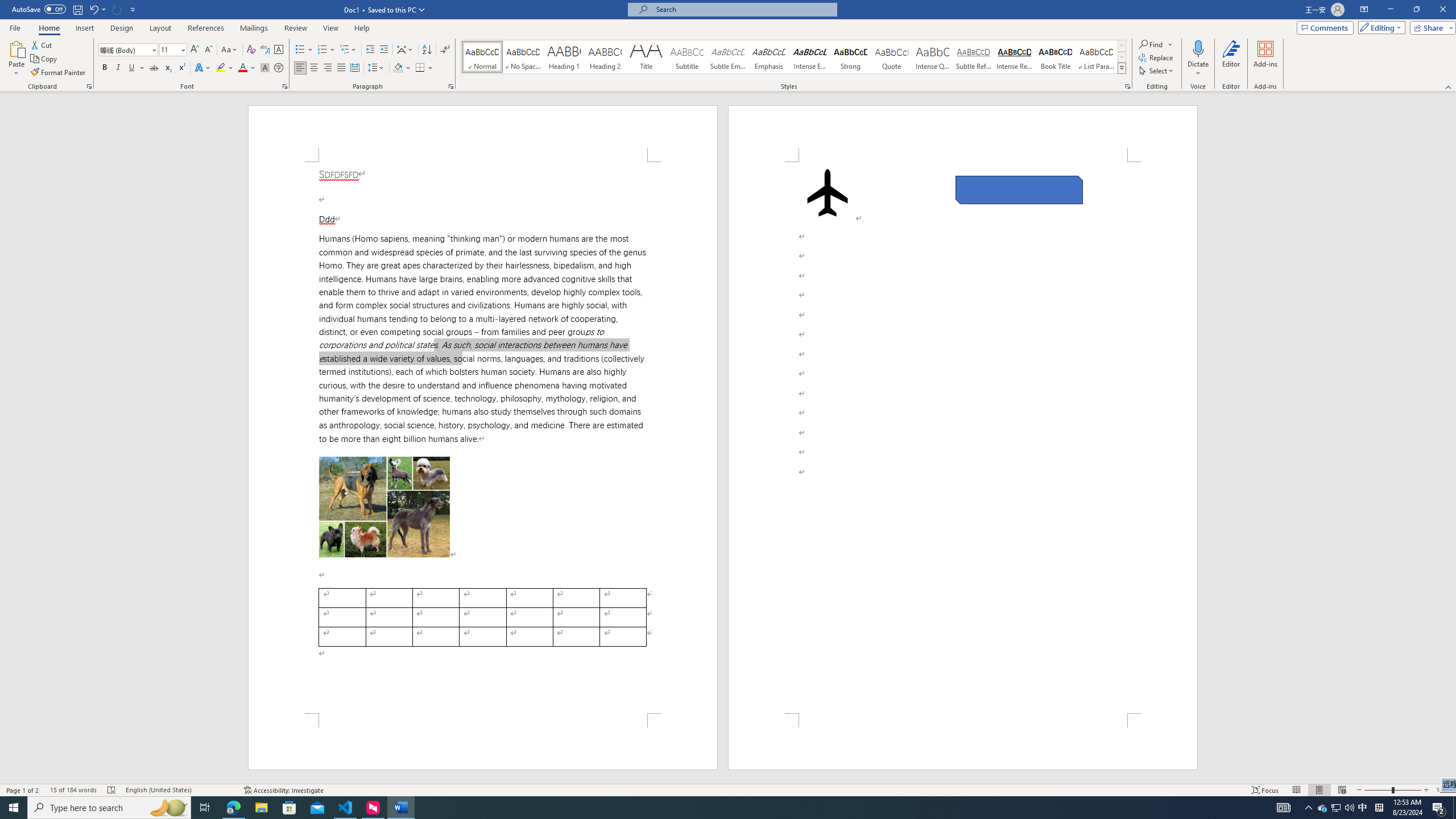 The image size is (1456, 819). Describe the element at coordinates (44, 59) in the screenshot. I see `'Copy'` at that location.